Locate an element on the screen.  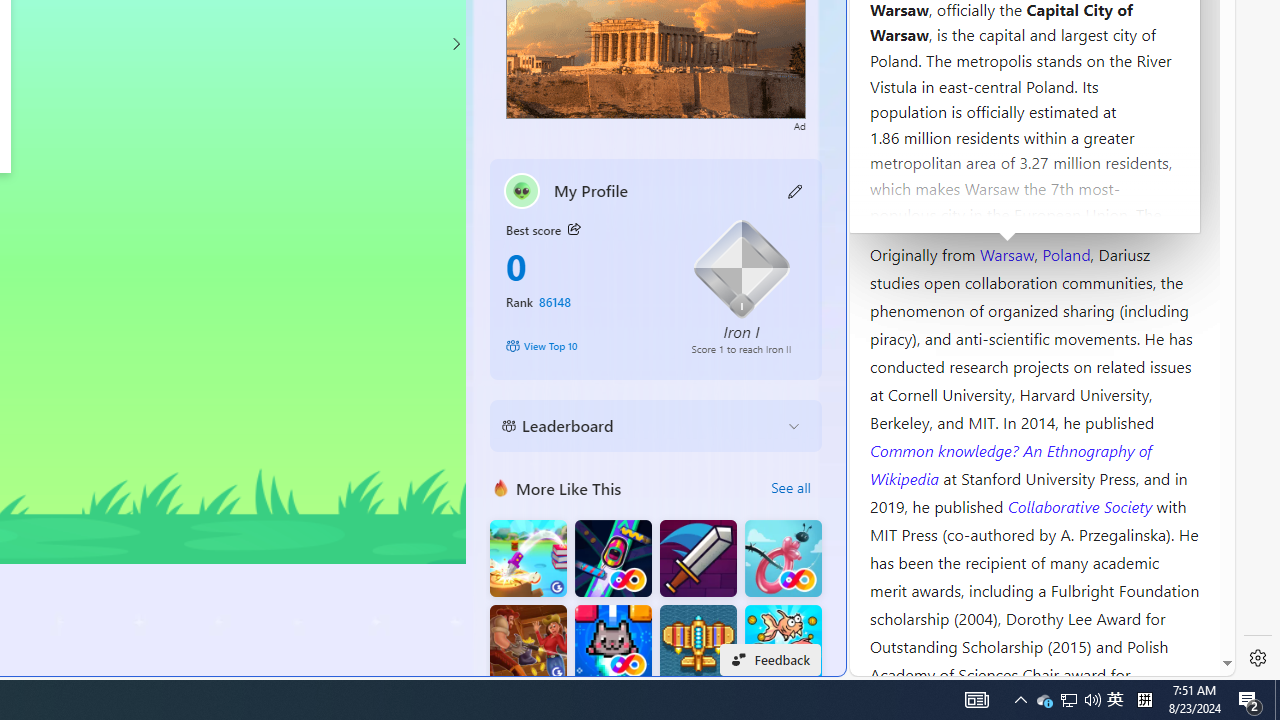
'Kitten Force FRVR' is located at coordinates (612, 643).